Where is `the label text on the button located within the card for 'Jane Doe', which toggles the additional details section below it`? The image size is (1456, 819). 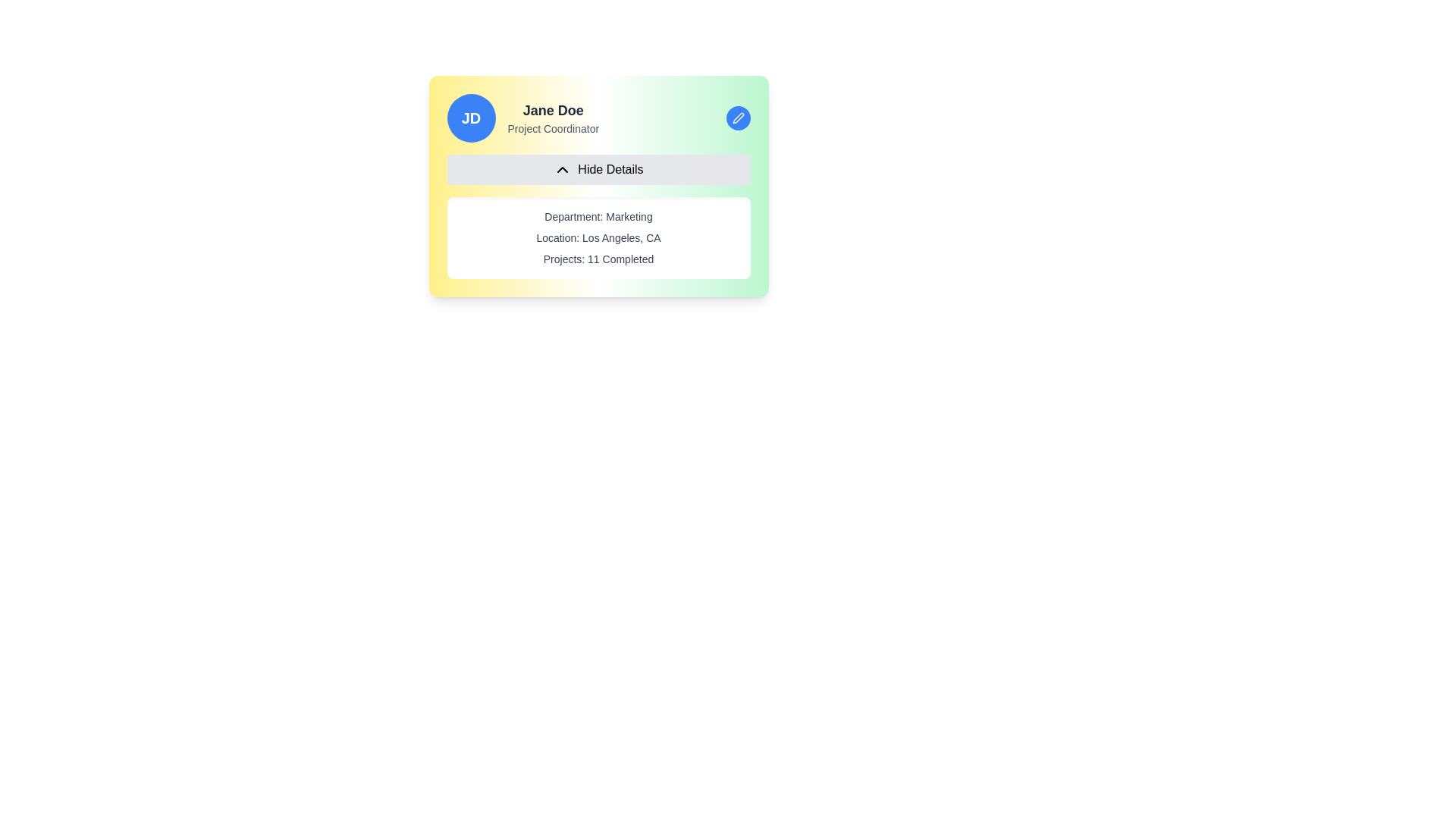
the label text on the button located within the card for 'Jane Doe', which toggles the additional details section below it is located at coordinates (610, 169).